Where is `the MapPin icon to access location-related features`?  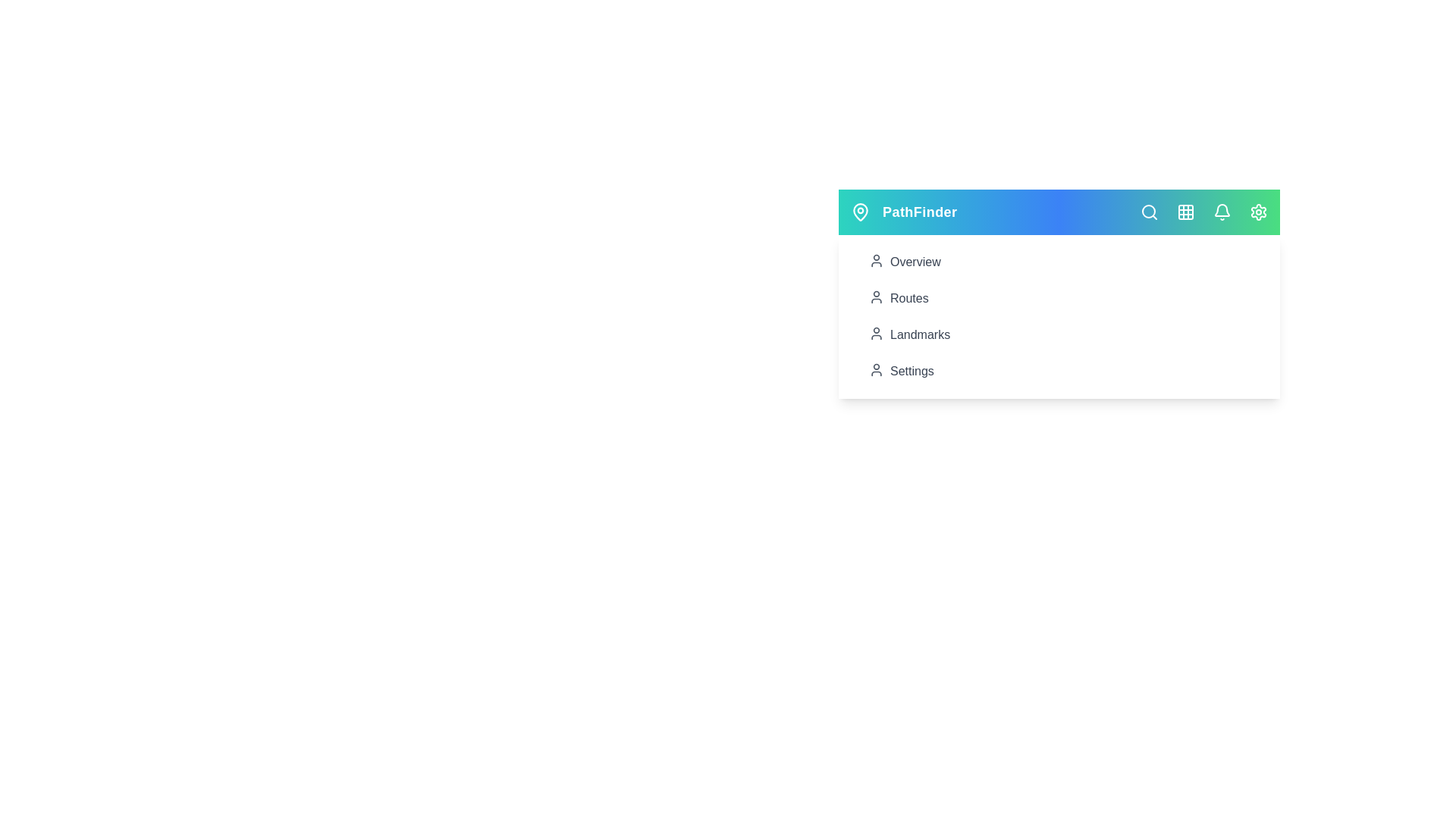
the MapPin icon to access location-related features is located at coordinates (860, 212).